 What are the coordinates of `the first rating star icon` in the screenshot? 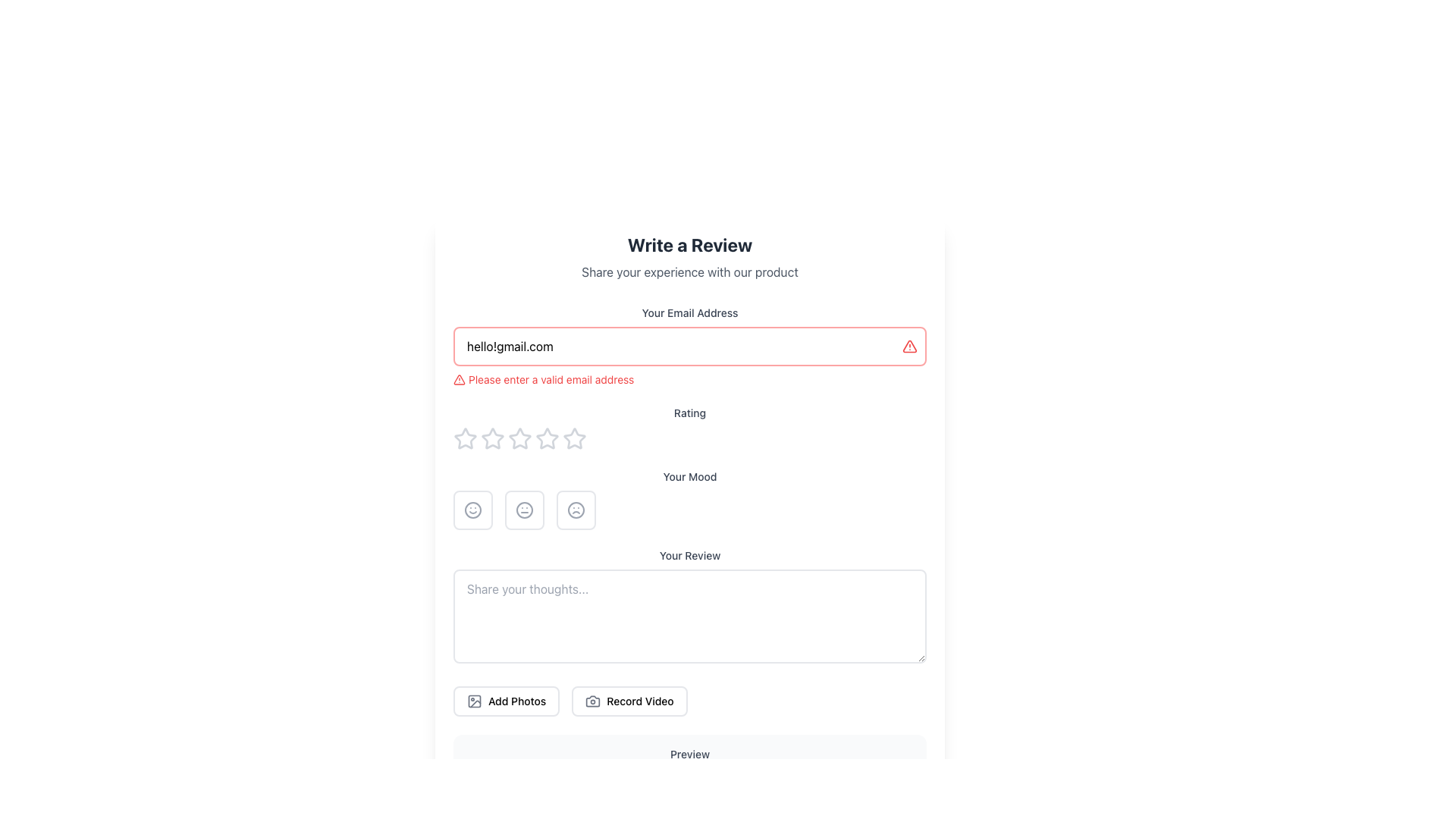 It's located at (465, 438).